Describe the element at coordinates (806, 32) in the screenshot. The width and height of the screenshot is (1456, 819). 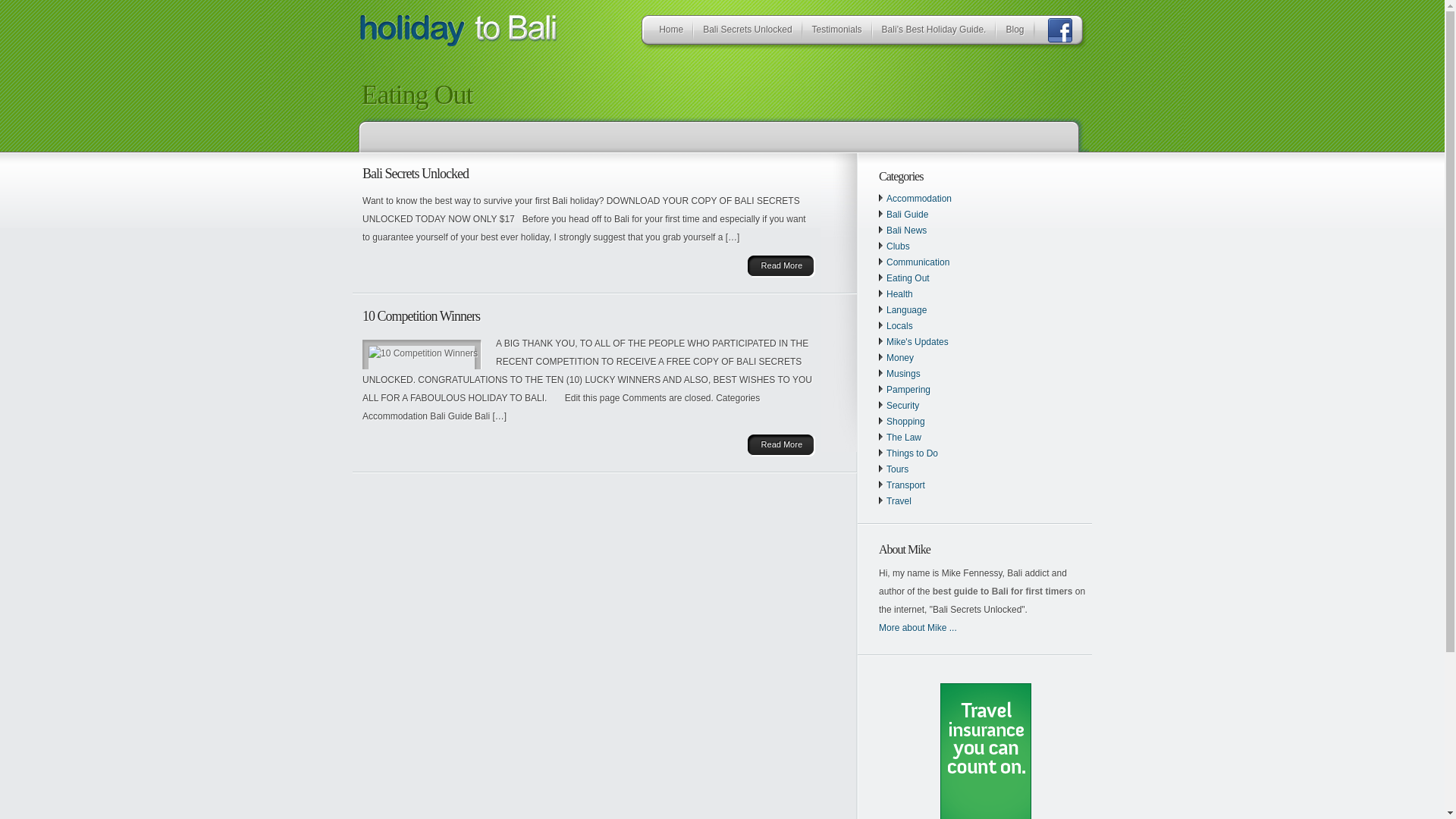
I see `'Testimonials'` at that location.